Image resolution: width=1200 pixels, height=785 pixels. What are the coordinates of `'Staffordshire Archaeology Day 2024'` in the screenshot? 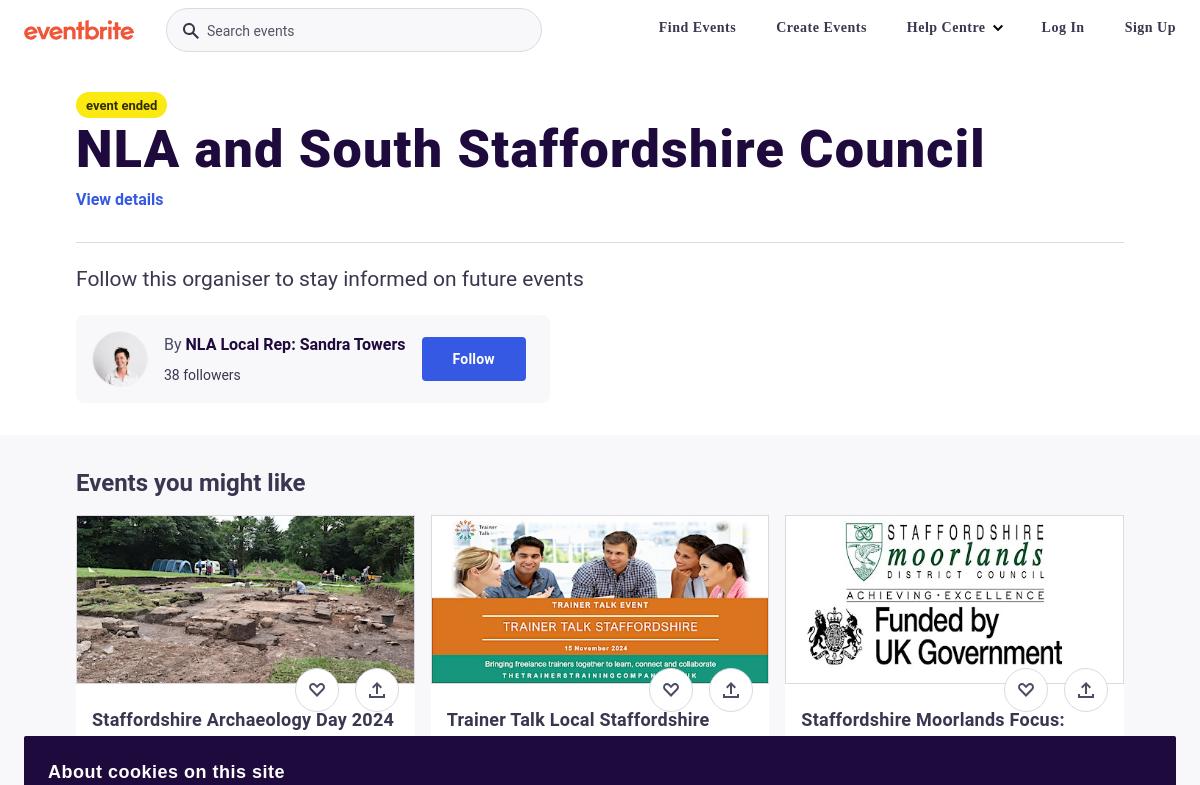 It's located at (242, 719).